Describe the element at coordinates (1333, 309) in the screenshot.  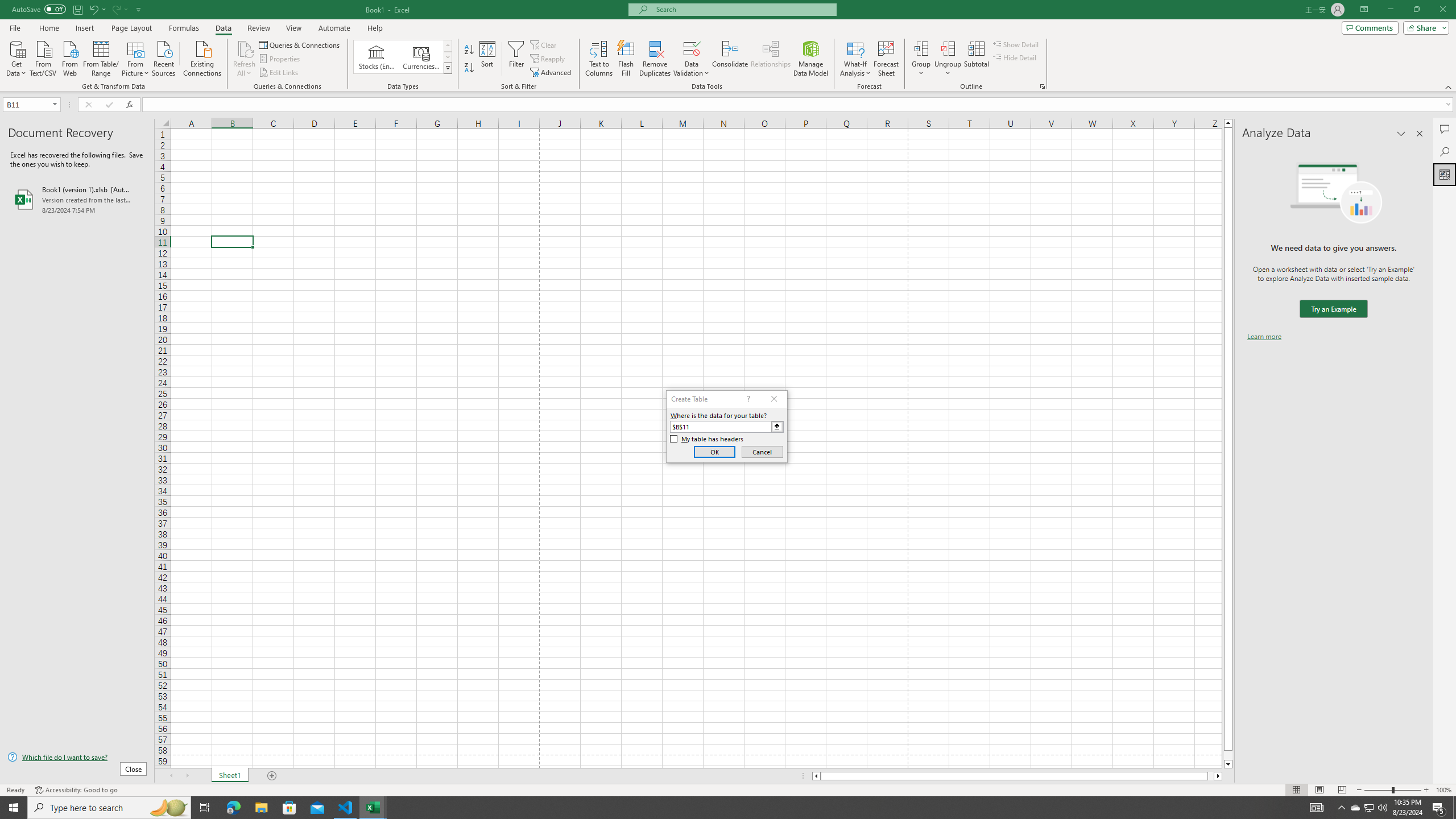
I see `'We need data to give you answers. Try an Example'` at that location.